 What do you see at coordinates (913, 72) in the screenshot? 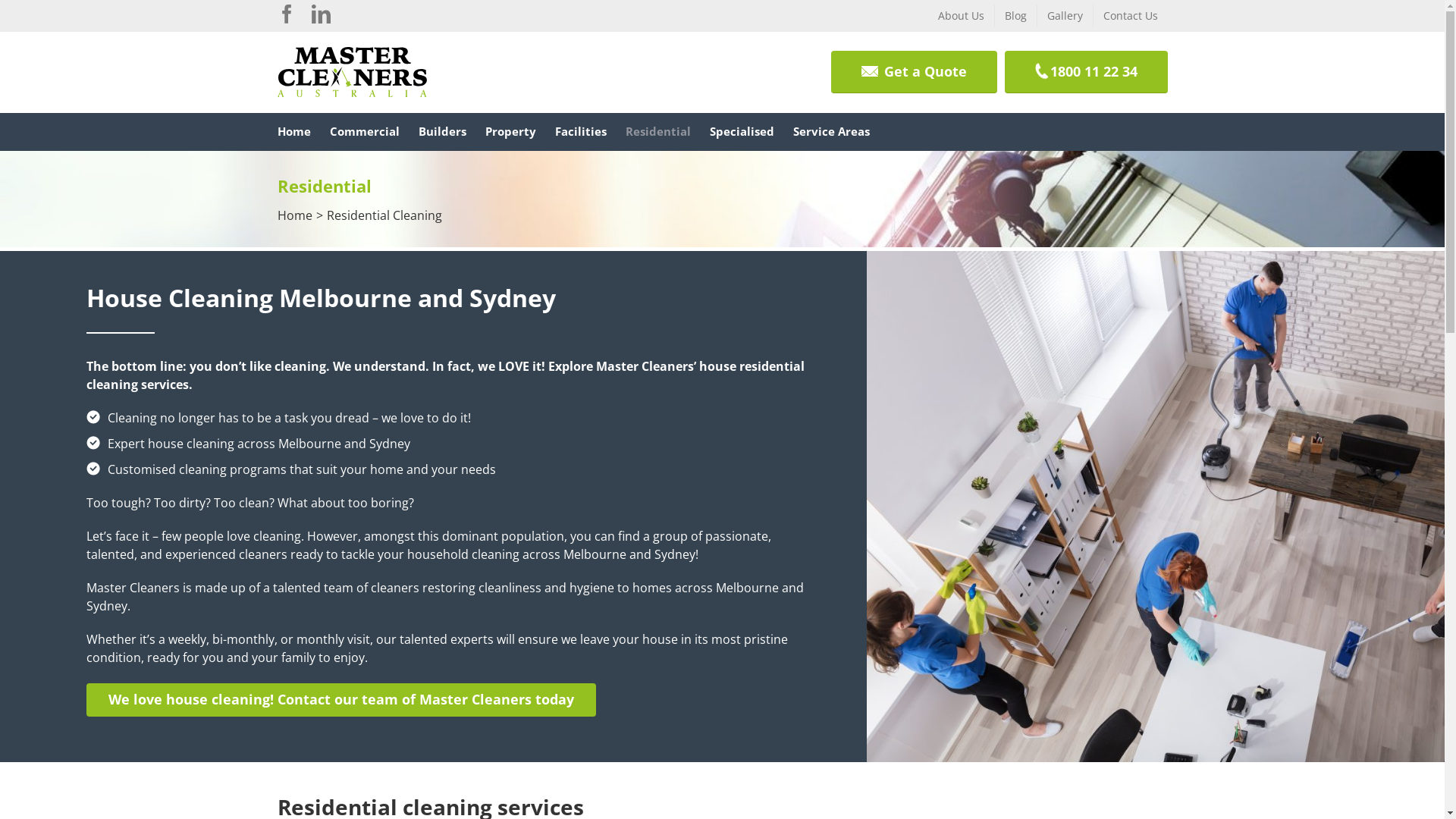
I see `'Get a Quote'` at bounding box center [913, 72].